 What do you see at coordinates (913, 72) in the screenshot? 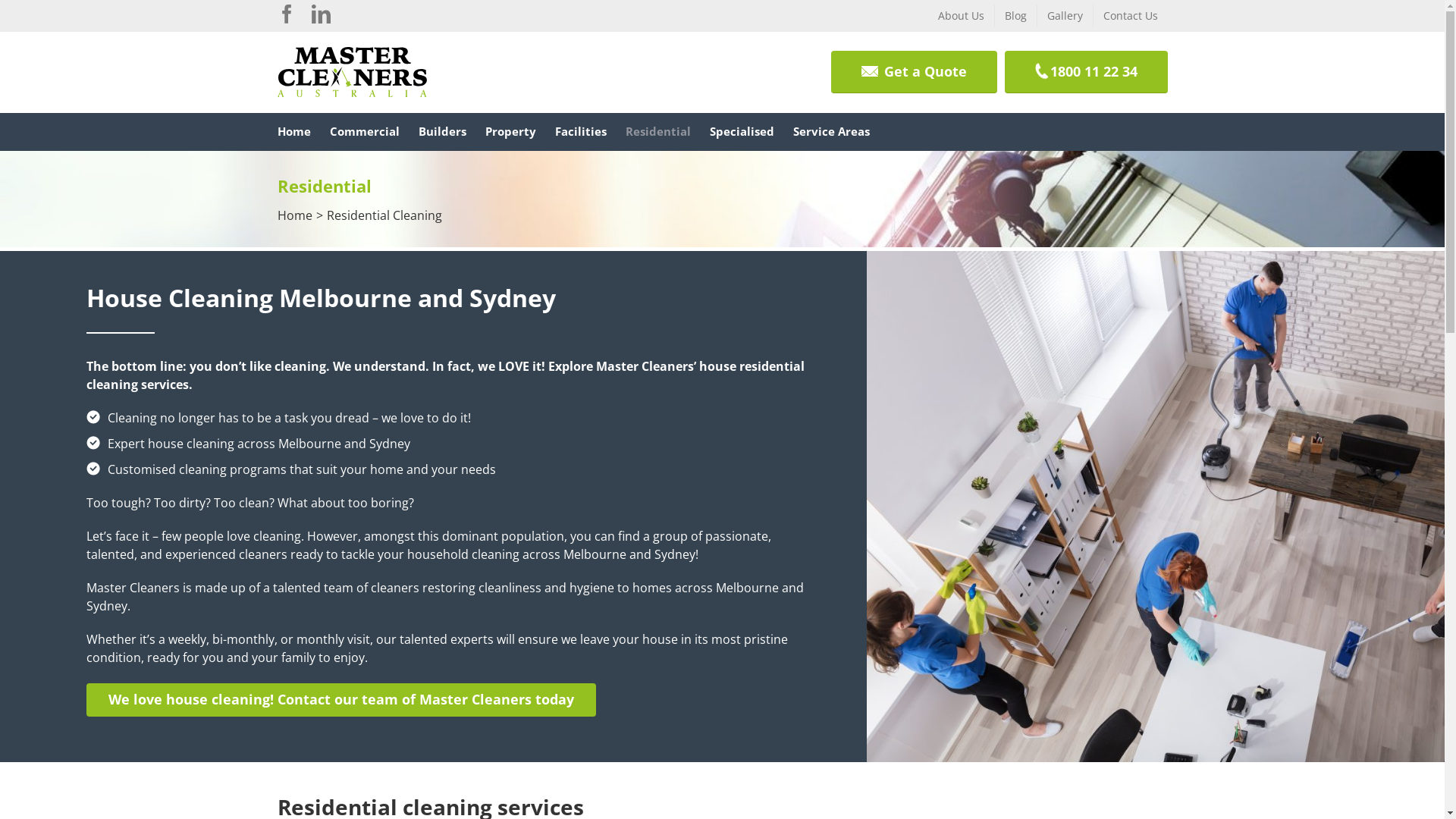
I see `'Get a Quote'` at bounding box center [913, 72].